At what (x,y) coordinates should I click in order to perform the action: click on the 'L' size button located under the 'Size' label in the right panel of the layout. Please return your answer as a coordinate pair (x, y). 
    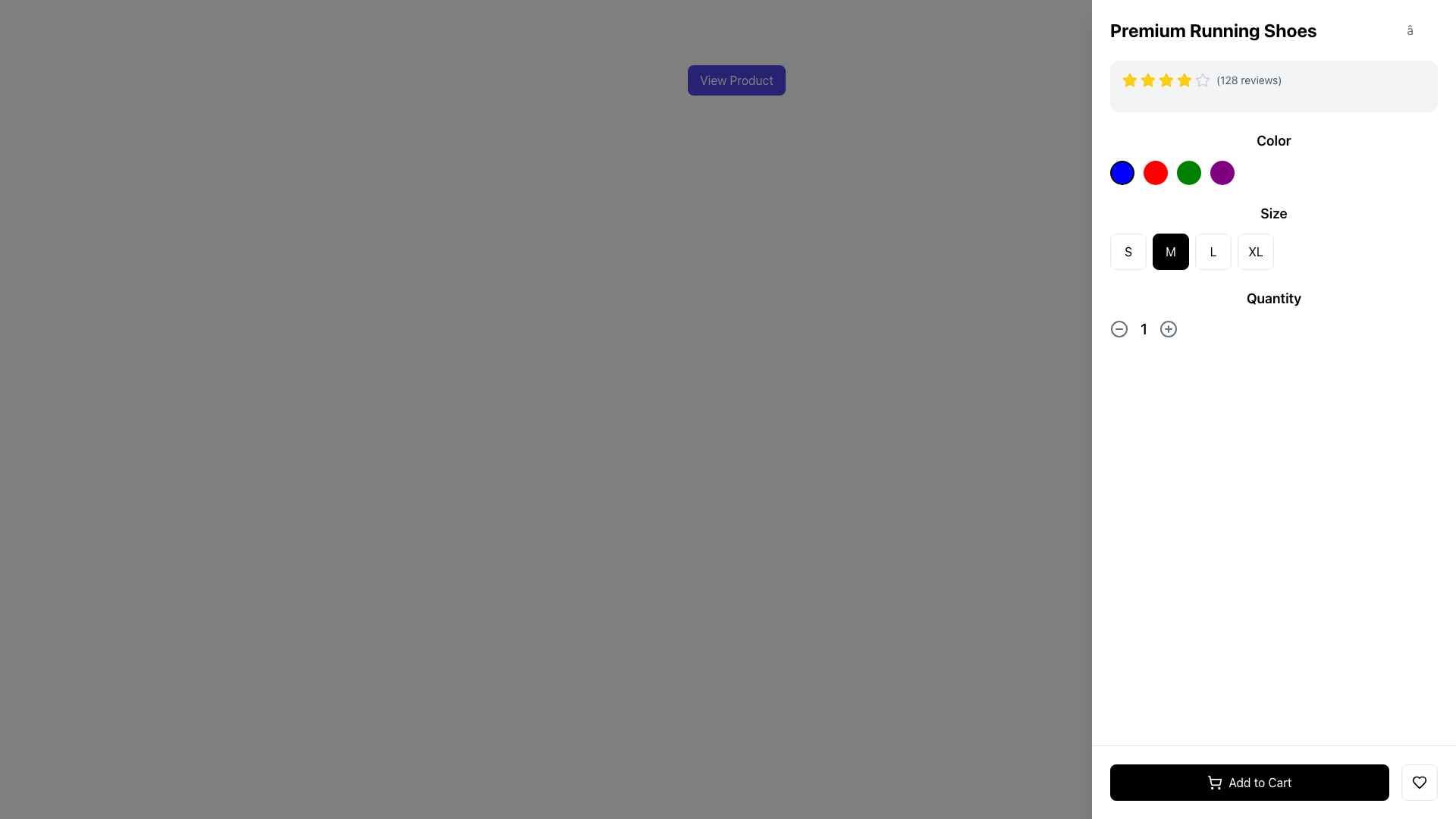
    Looking at the image, I should click on (1212, 250).